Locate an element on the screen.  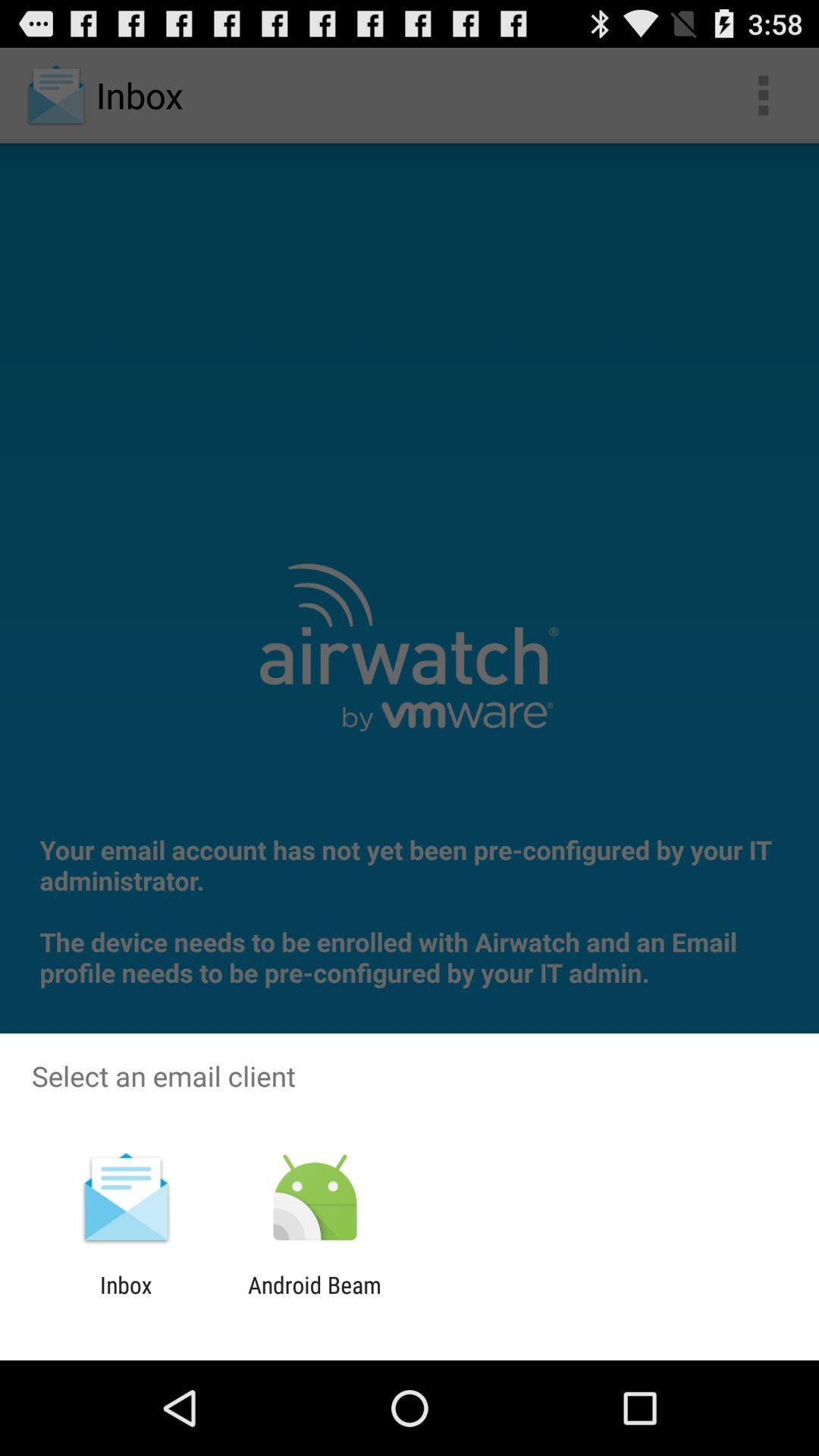
the android beam is located at coordinates (314, 1298).